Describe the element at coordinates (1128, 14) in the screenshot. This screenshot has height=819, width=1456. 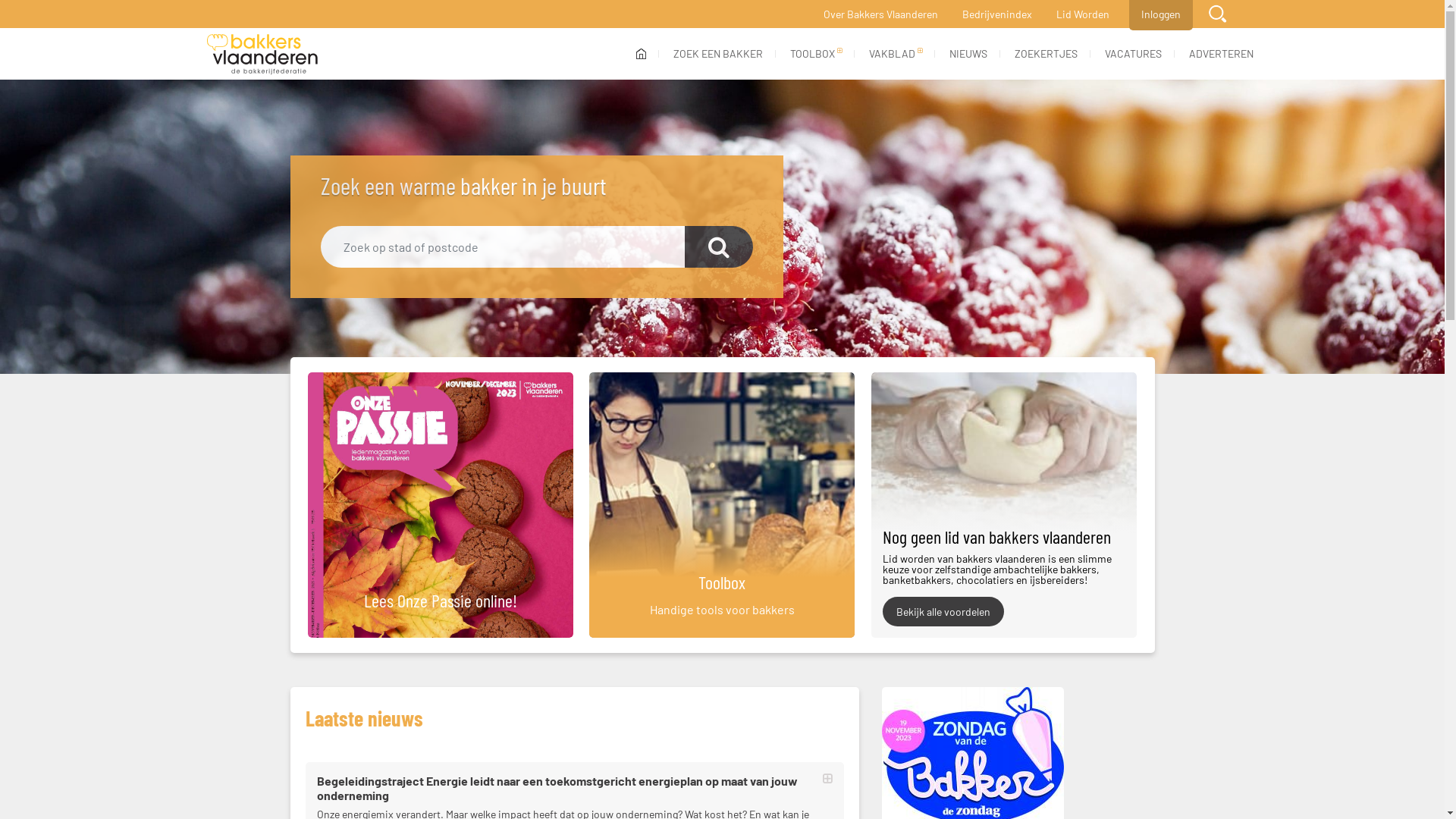
I see `'Inloggen'` at that location.